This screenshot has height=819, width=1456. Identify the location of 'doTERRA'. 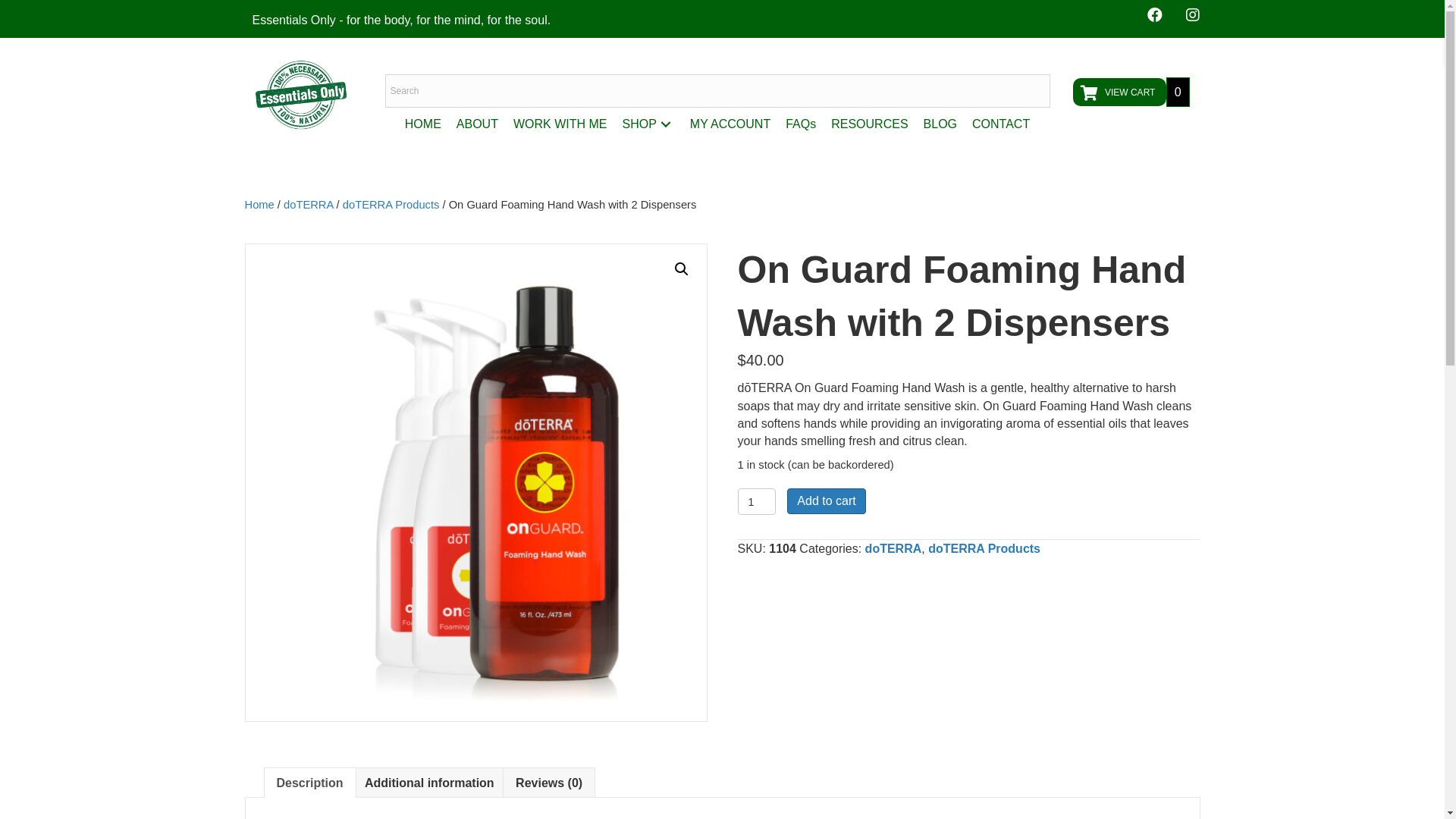
(893, 548).